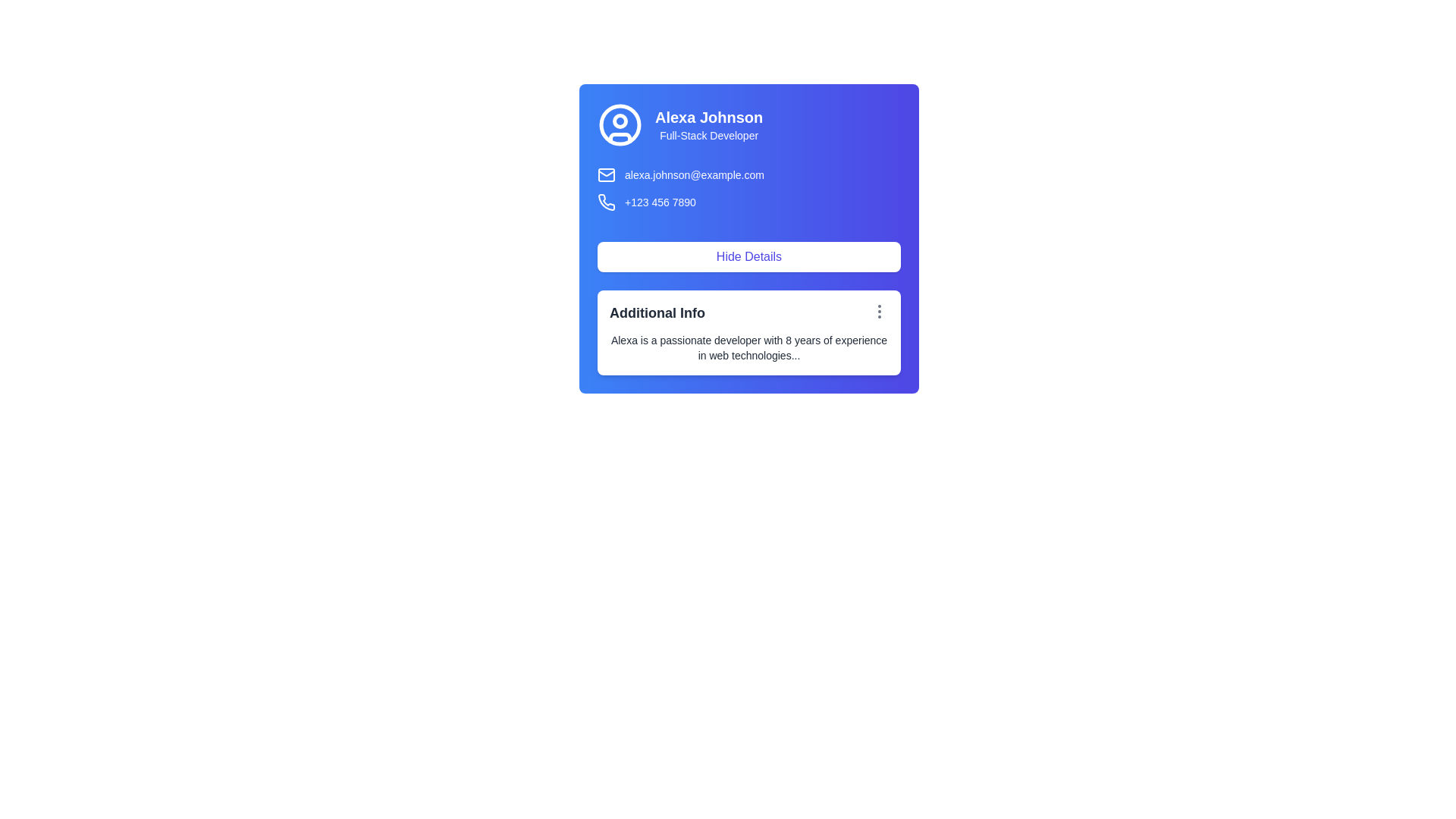  Describe the element at coordinates (749, 250) in the screenshot. I see `the toggle button located in the card for 'Alexa Johnson' to observe potential styling changes` at that location.